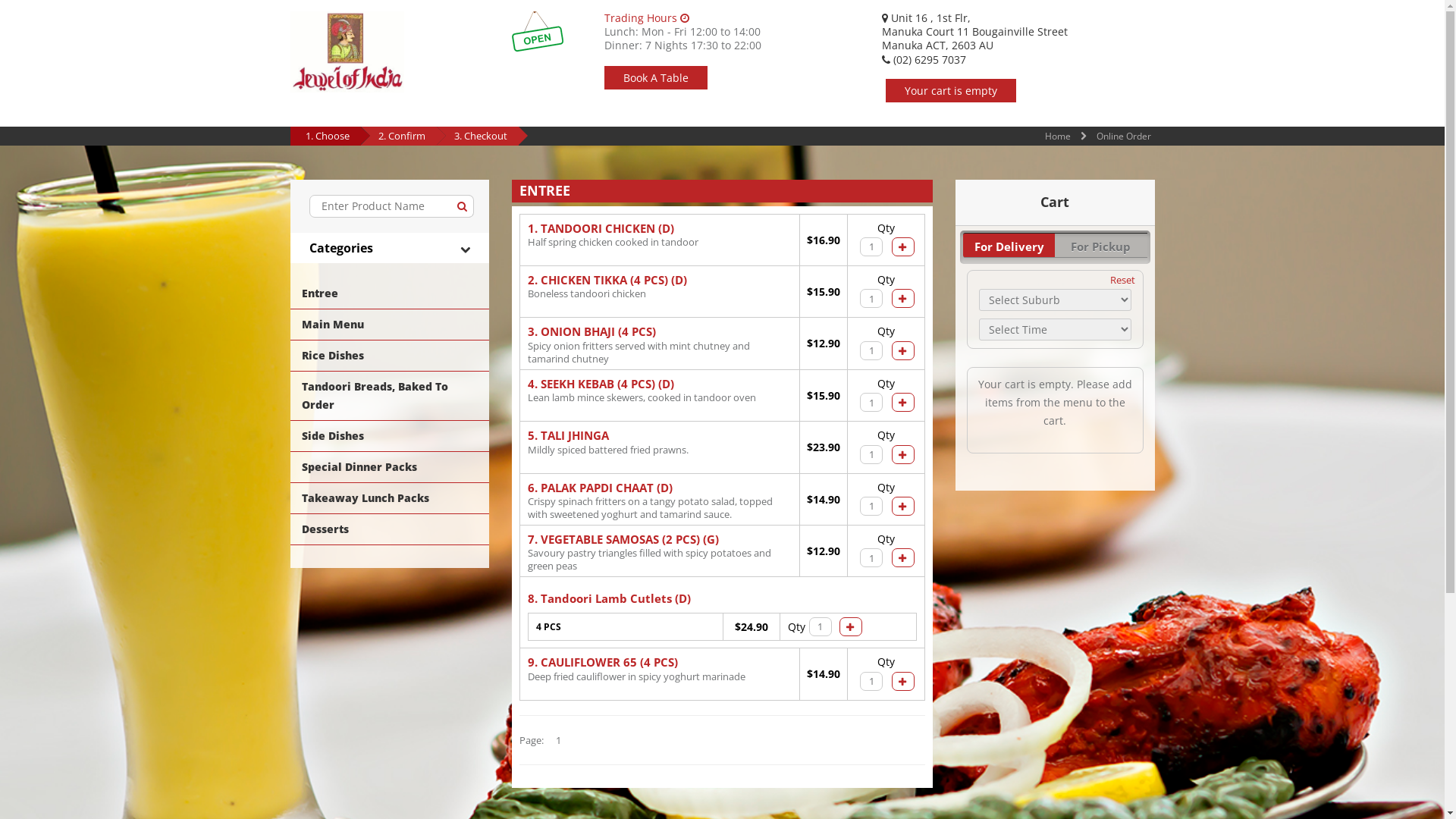 This screenshot has height=819, width=1456. Describe the element at coordinates (479, 134) in the screenshot. I see `'3. Checkout'` at that location.